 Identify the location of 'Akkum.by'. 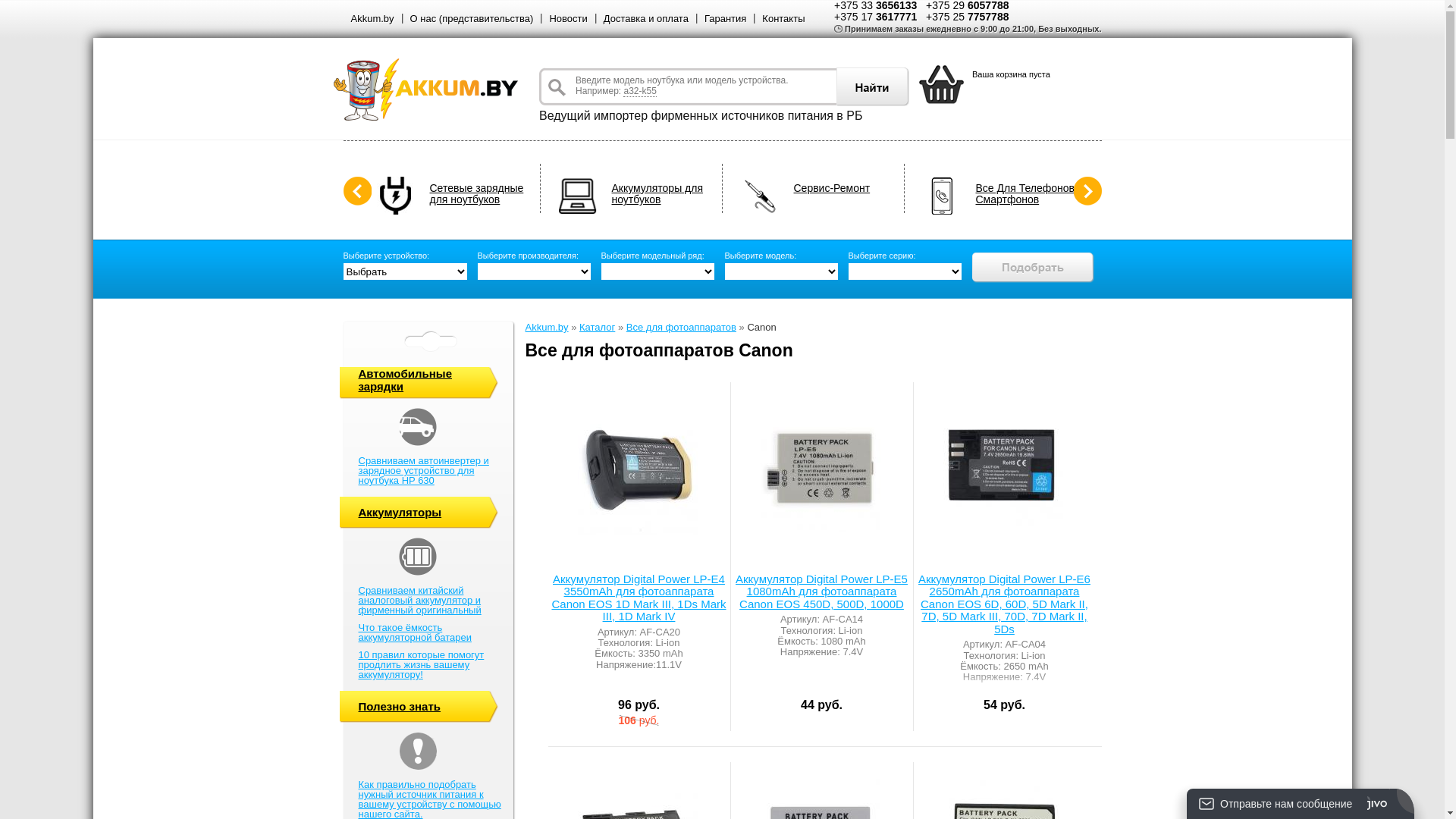
(372, 18).